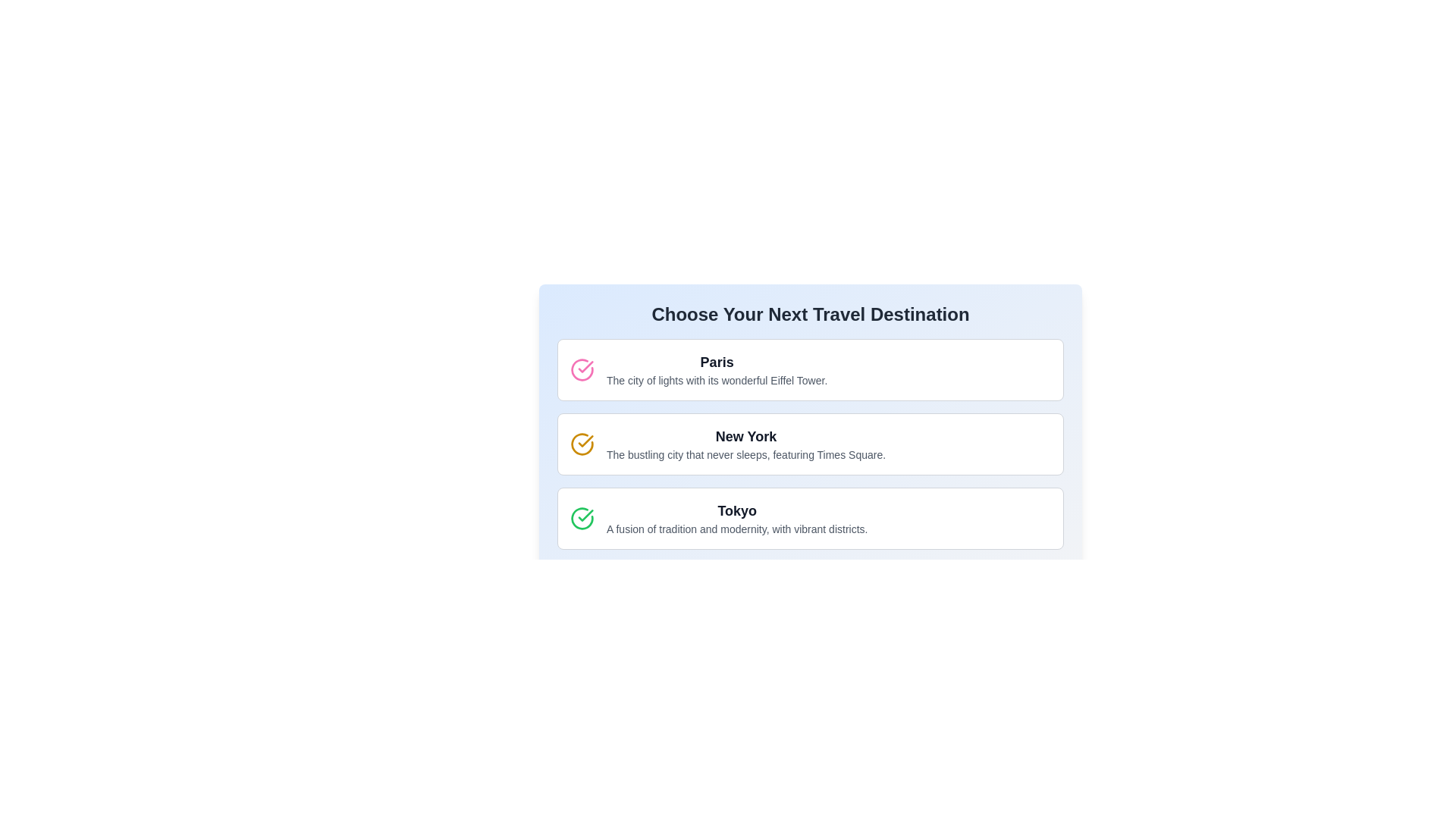 Image resolution: width=1456 pixels, height=819 pixels. I want to click on the 'Paris' destination button, which is the first card, so click(810, 370).